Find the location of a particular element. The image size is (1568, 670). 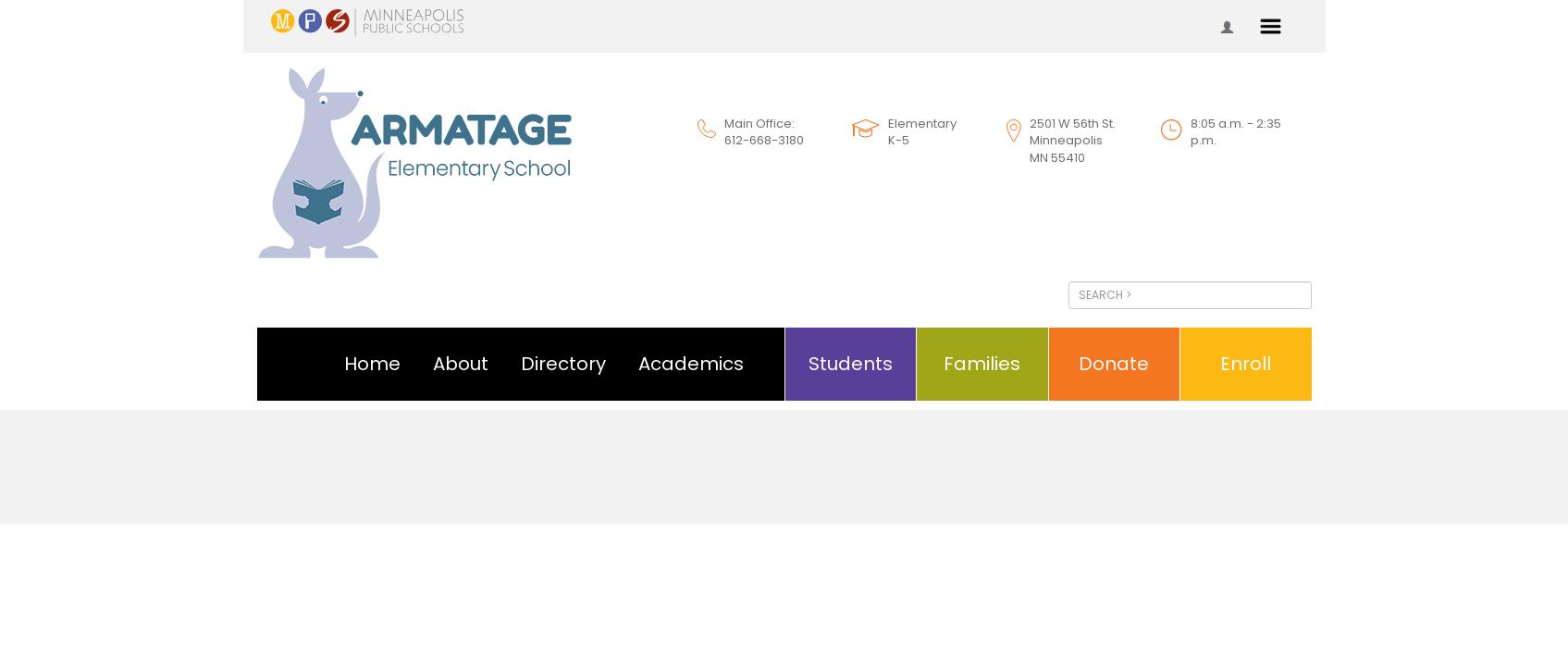

'Donate' is located at coordinates (1113, 363).